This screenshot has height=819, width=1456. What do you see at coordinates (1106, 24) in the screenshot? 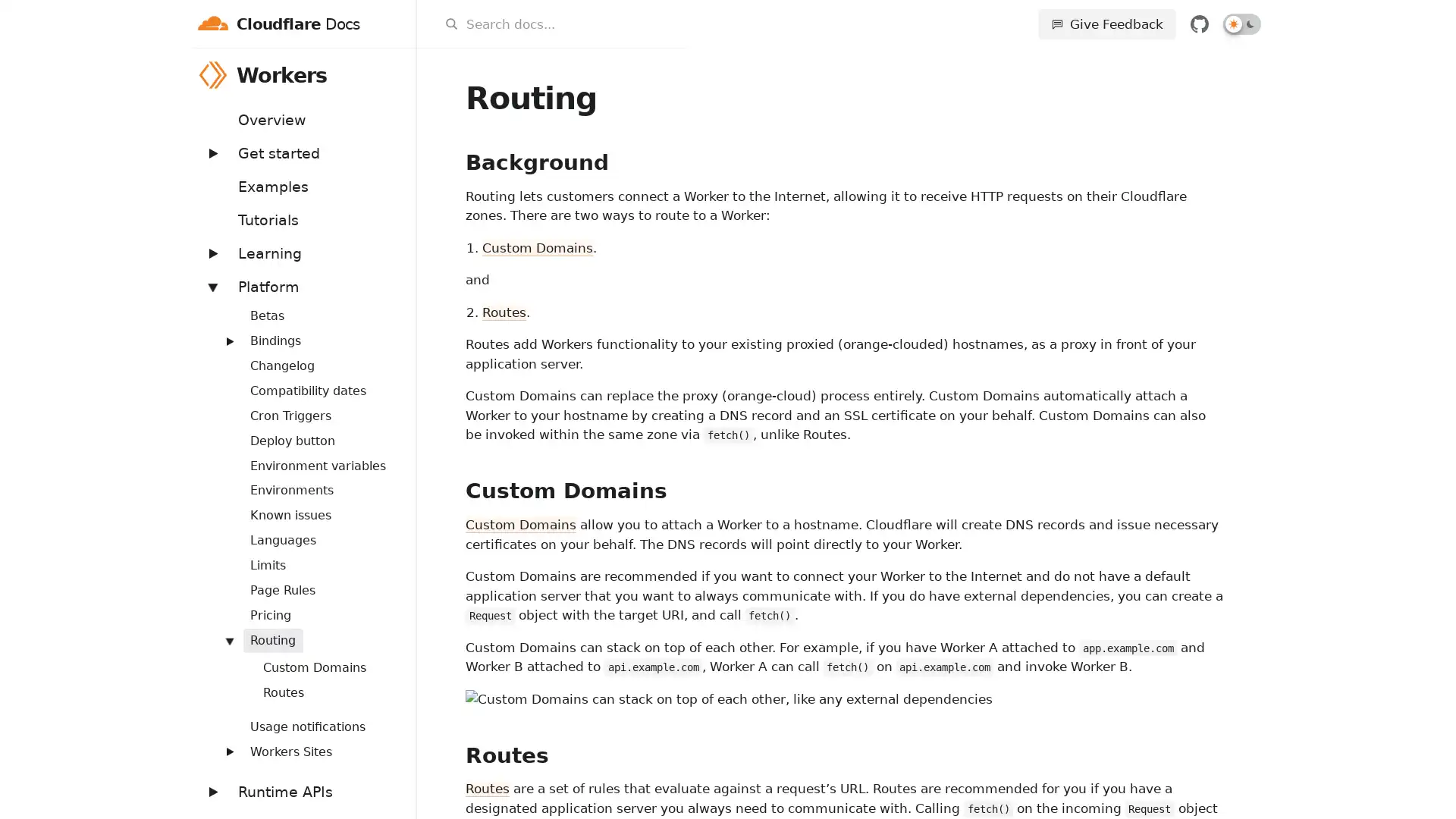
I see `Give Feedback` at bounding box center [1106, 24].